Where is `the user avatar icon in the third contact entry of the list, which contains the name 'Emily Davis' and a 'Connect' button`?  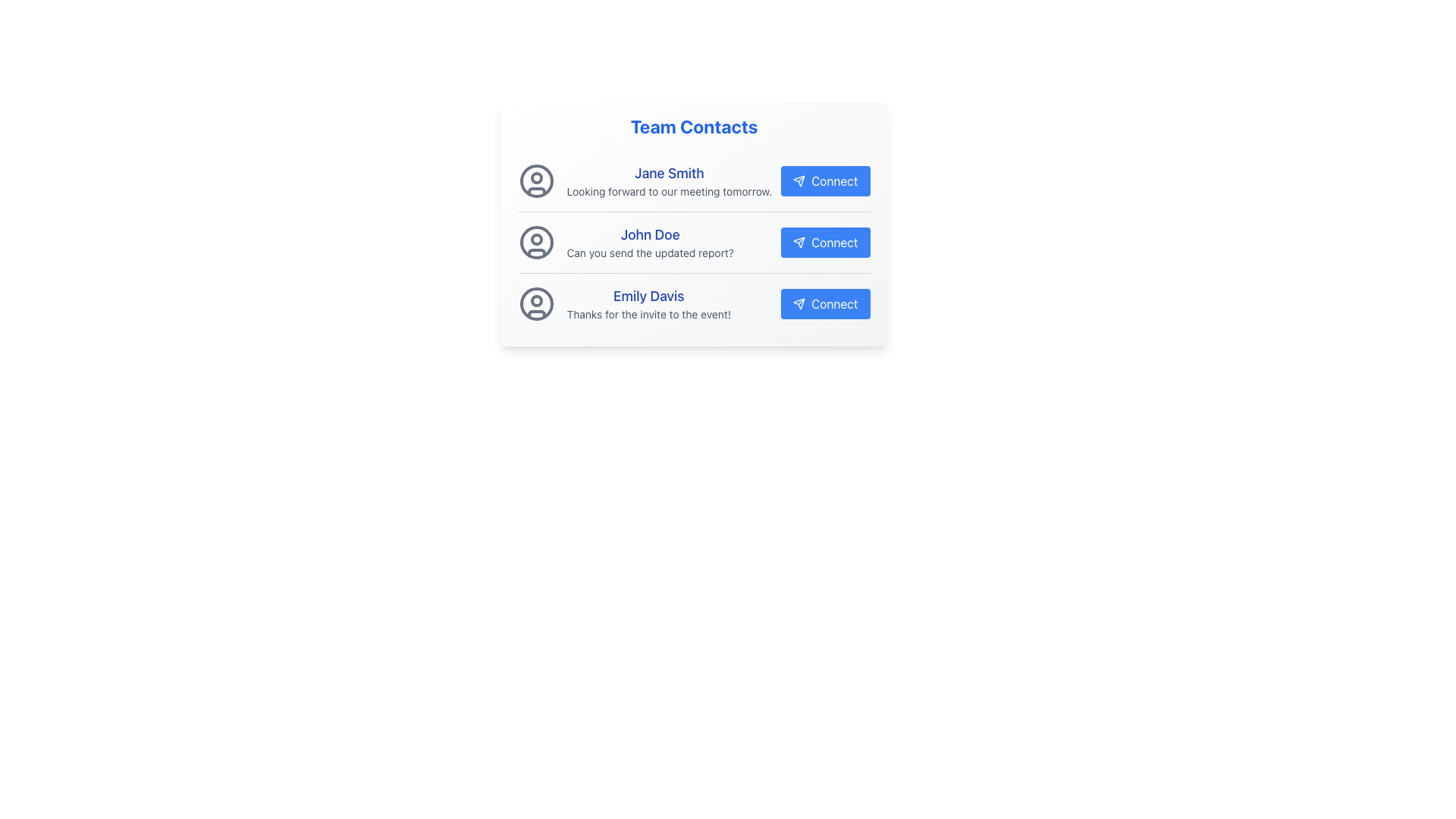
the user avatar icon in the third contact entry of the list, which contains the name 'Emily Davis' and a 'Connect' button is located at coordinates (693, 304).